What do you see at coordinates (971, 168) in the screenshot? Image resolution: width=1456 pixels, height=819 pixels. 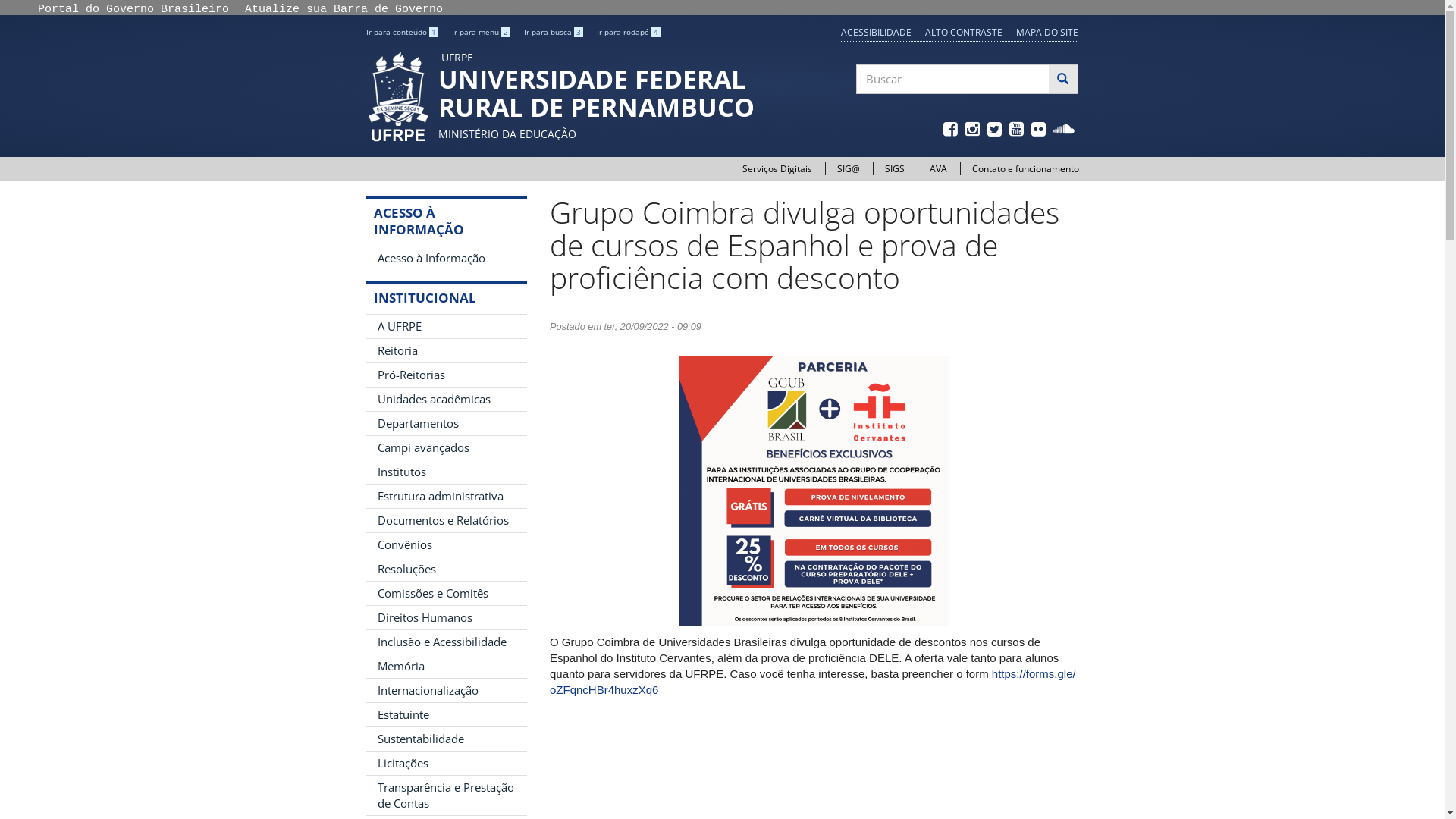 I see `'Contato e funcionamento'` at bounding box center [971, 168].